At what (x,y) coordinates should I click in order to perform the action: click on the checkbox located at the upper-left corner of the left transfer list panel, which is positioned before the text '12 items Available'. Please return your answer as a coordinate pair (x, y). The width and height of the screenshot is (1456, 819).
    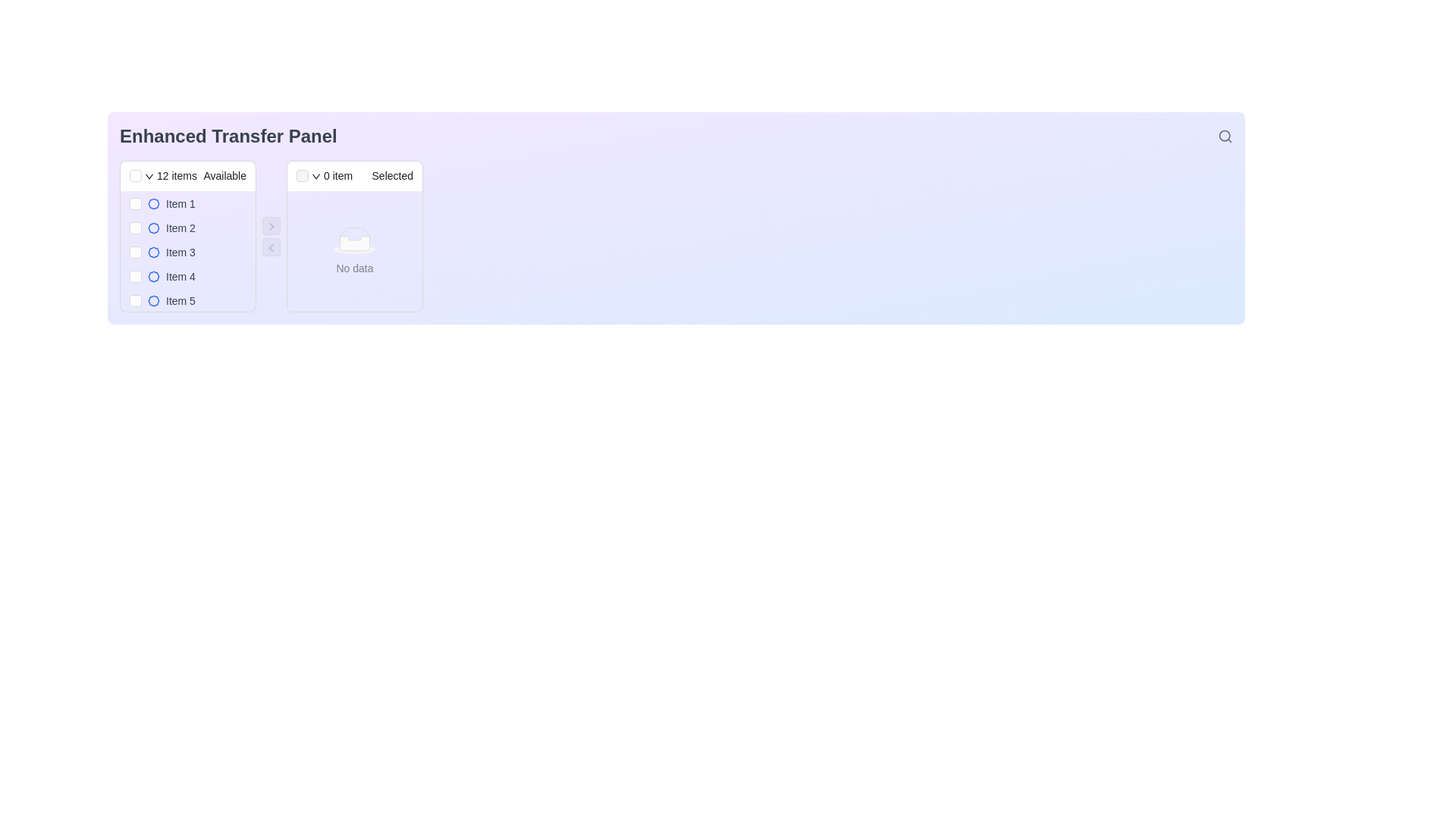
    Looking at the image, I should click on (135, 174).